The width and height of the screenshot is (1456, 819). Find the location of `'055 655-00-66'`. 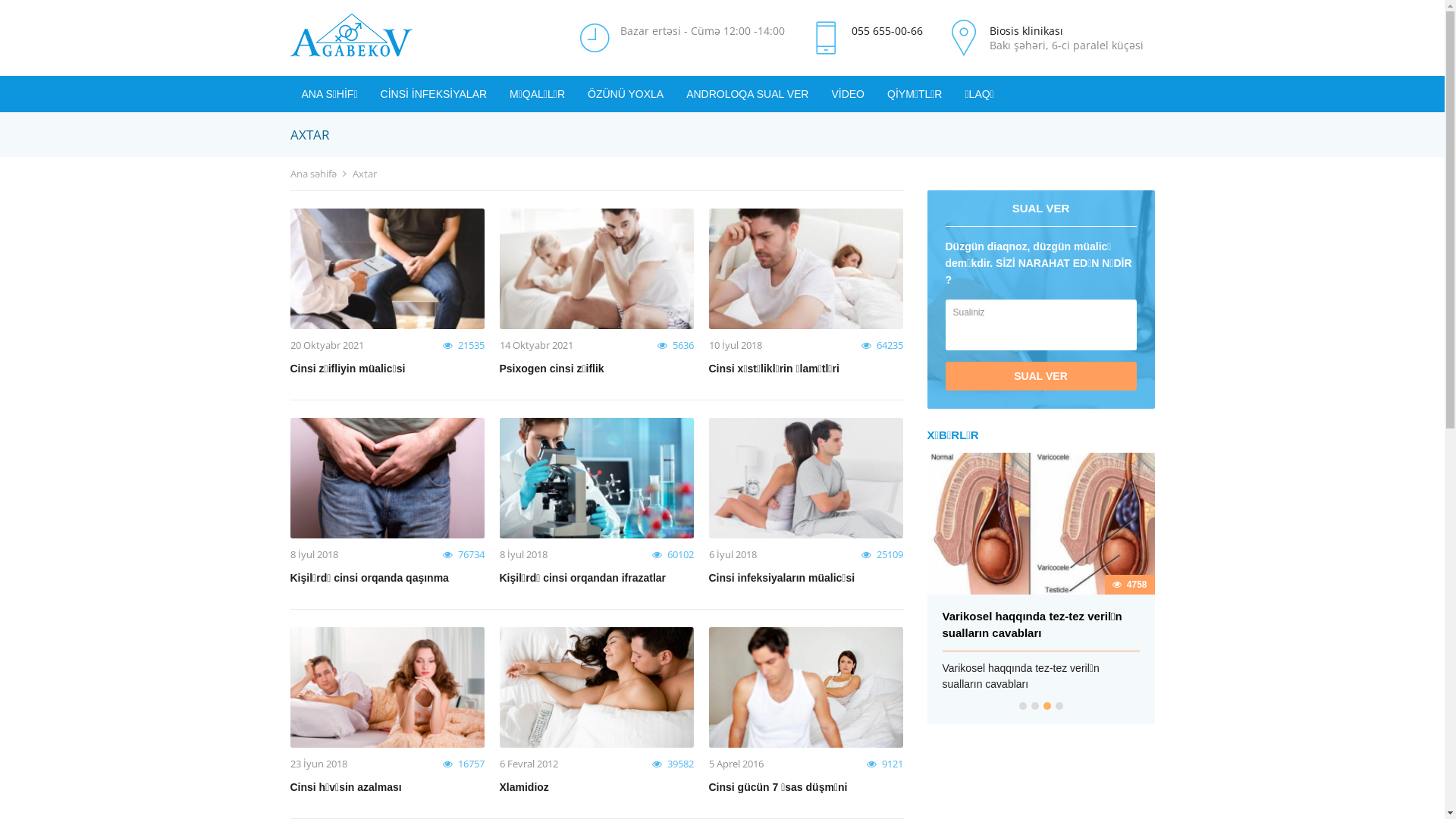

'055 655-00-66' is located at coordinates (886, 30).